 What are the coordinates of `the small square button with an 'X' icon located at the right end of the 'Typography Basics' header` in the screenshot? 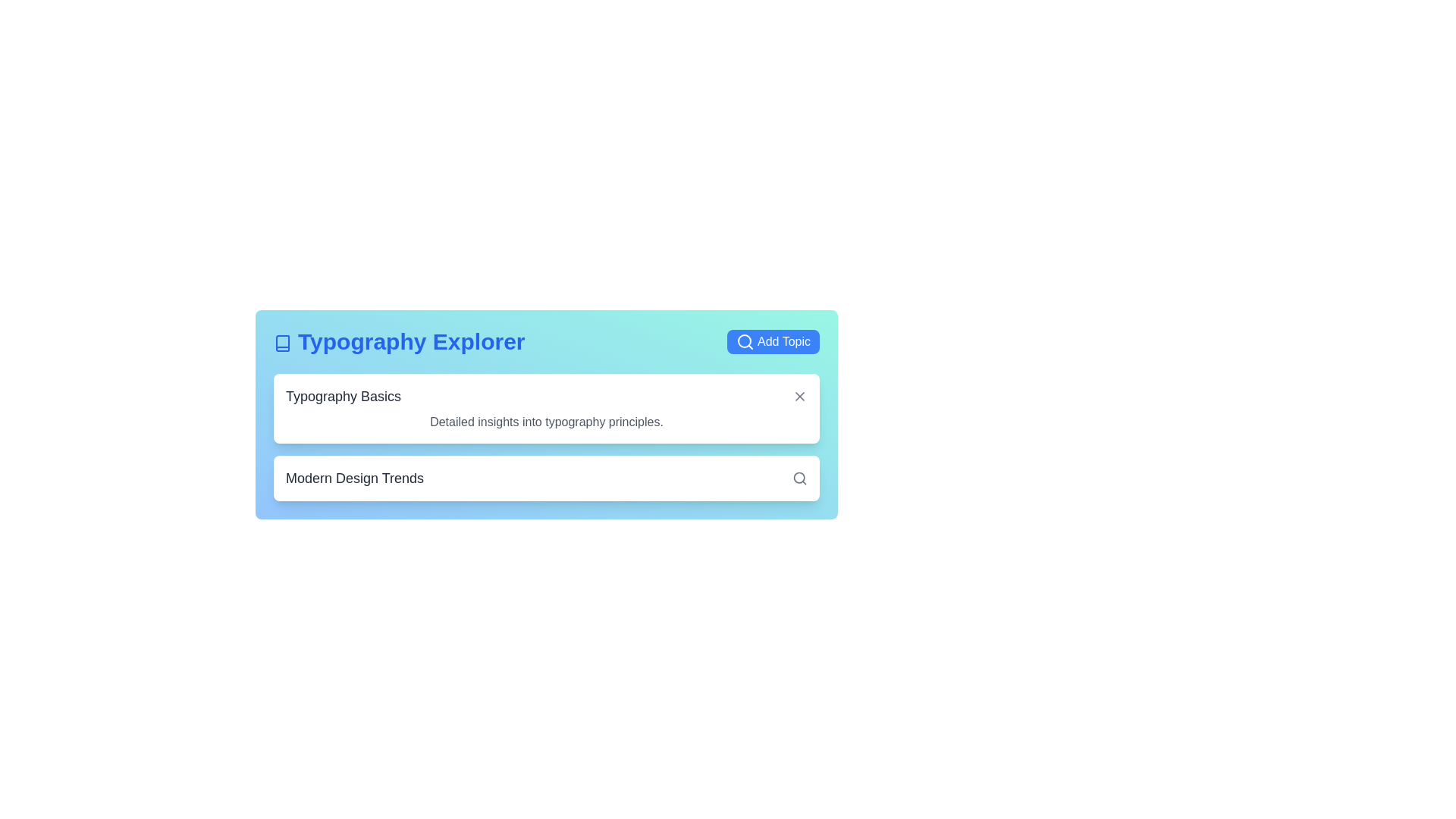 It's located at (799, 396).